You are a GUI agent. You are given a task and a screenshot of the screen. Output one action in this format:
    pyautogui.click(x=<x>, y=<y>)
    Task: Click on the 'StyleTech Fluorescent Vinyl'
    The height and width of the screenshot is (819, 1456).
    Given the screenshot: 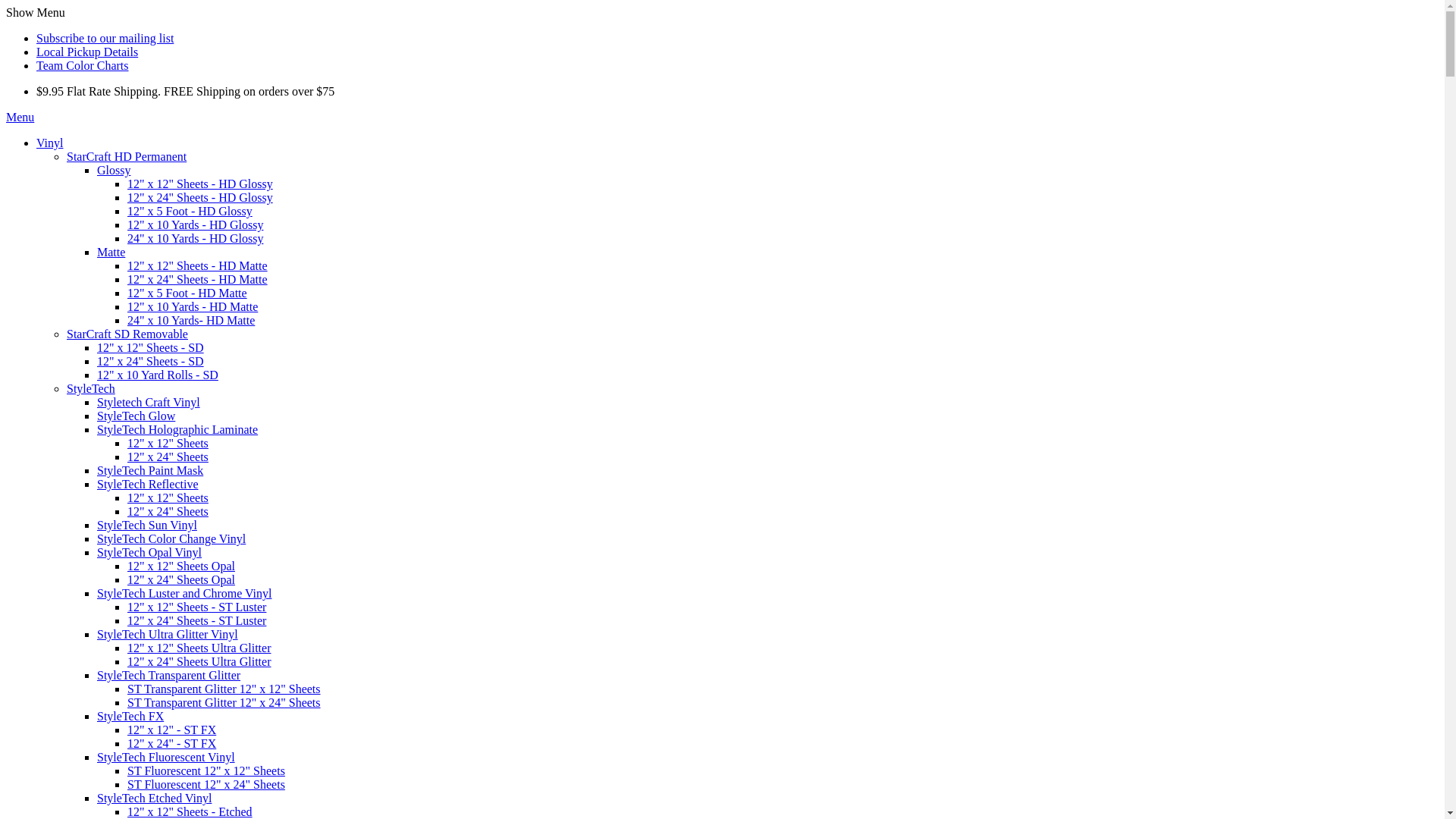 What is the action you would take?
    pyautogui.click(x=166, y=757)
    